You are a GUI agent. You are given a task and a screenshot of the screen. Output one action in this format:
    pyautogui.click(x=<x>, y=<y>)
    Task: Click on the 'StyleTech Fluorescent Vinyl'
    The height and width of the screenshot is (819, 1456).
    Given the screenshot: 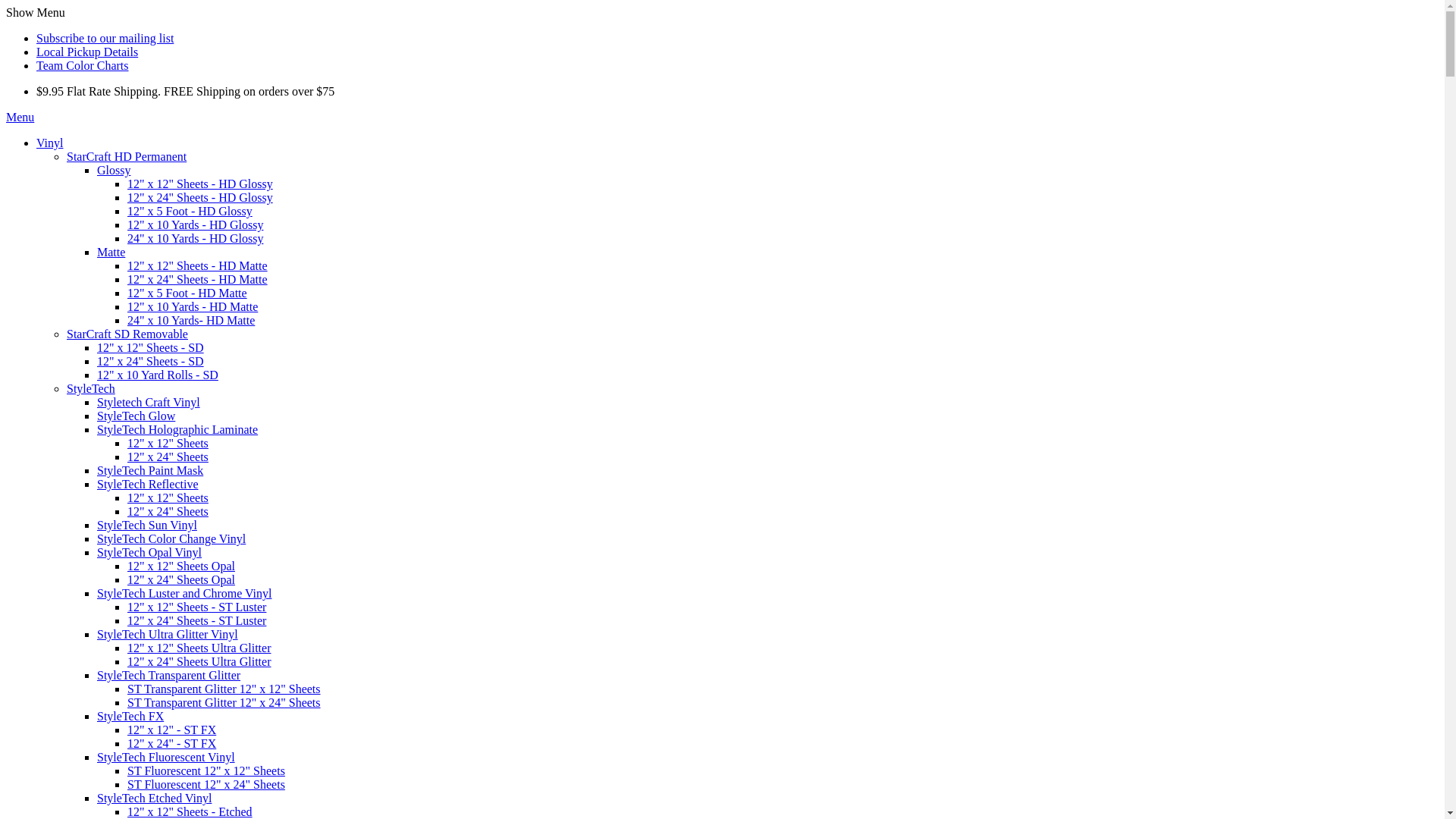 What is the action you would take?
    pyautogui.click(x=166, y=757)
    